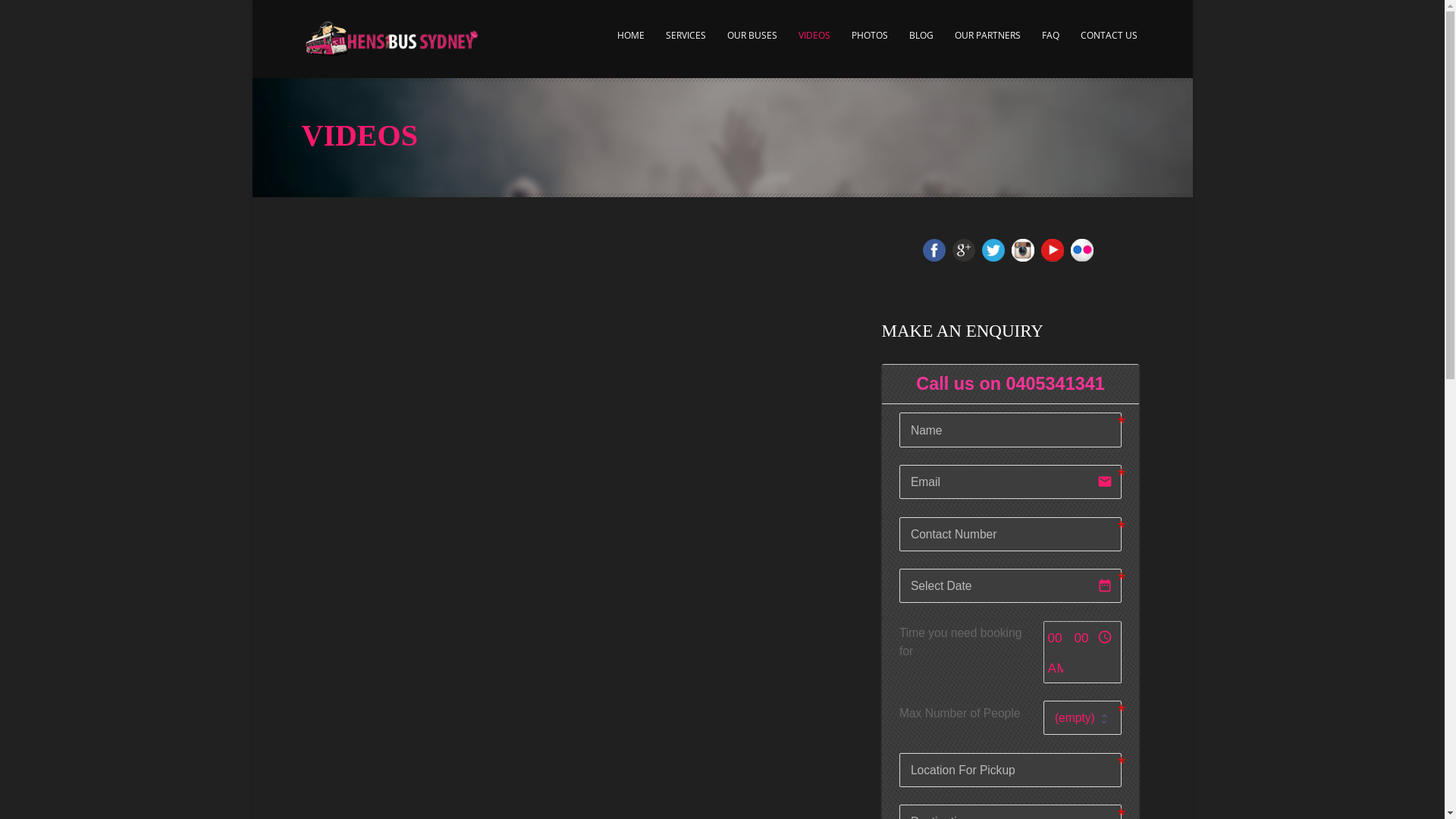  I want to click on 'HOME', so click(629, 42).